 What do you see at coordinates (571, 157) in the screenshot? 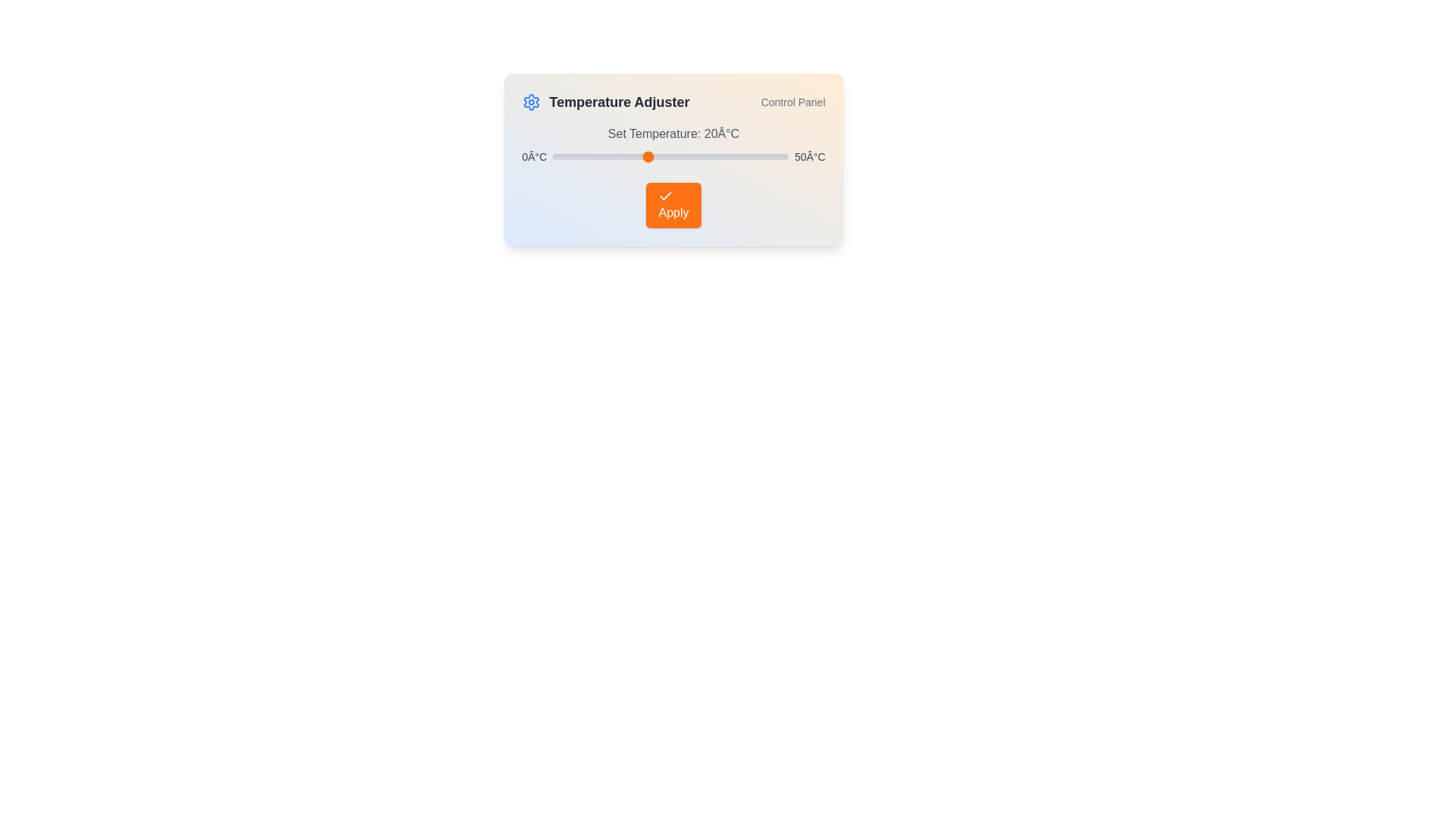
I see `the temperature slider to set the temperature to 4°C` at bounding box center [571, 157].